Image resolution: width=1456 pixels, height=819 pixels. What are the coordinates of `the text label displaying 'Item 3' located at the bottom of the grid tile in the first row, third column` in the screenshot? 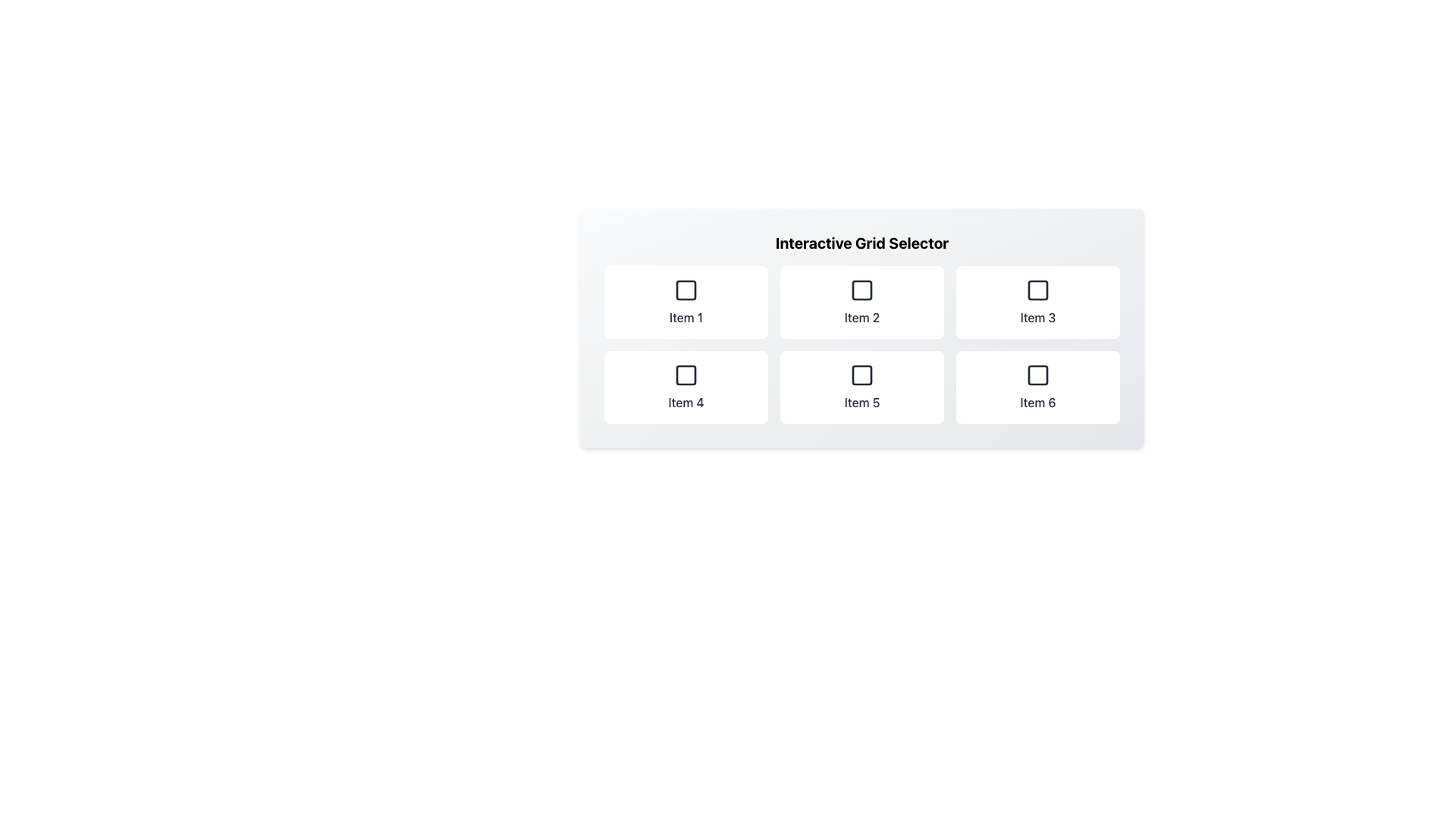 It's located at (1037, 317).